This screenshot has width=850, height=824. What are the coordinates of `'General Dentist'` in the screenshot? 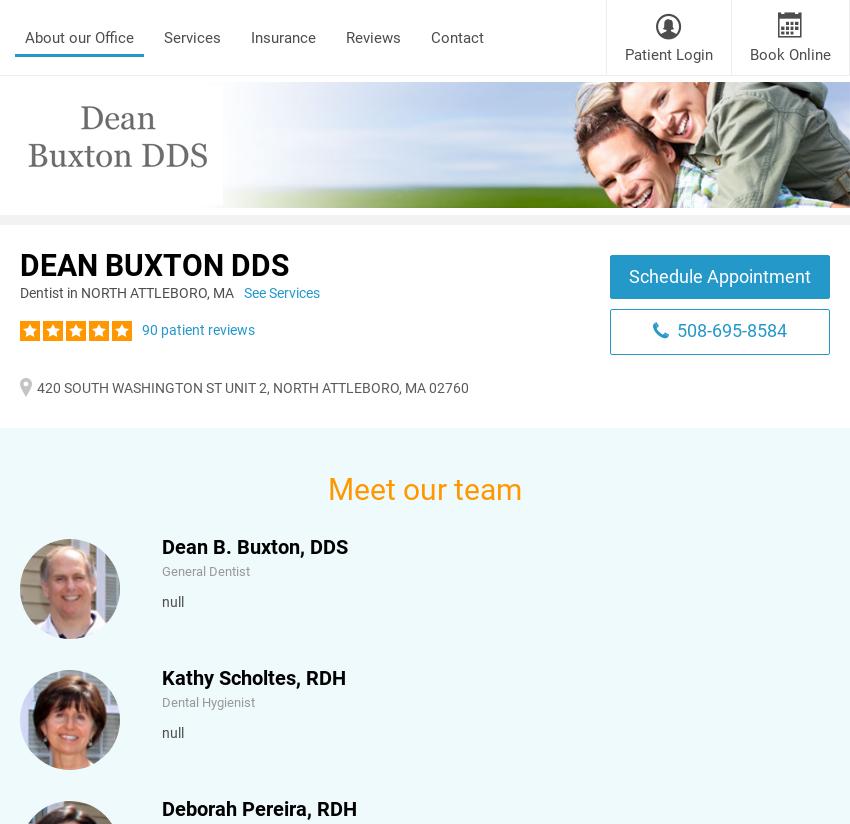 It's located at (205, 570).